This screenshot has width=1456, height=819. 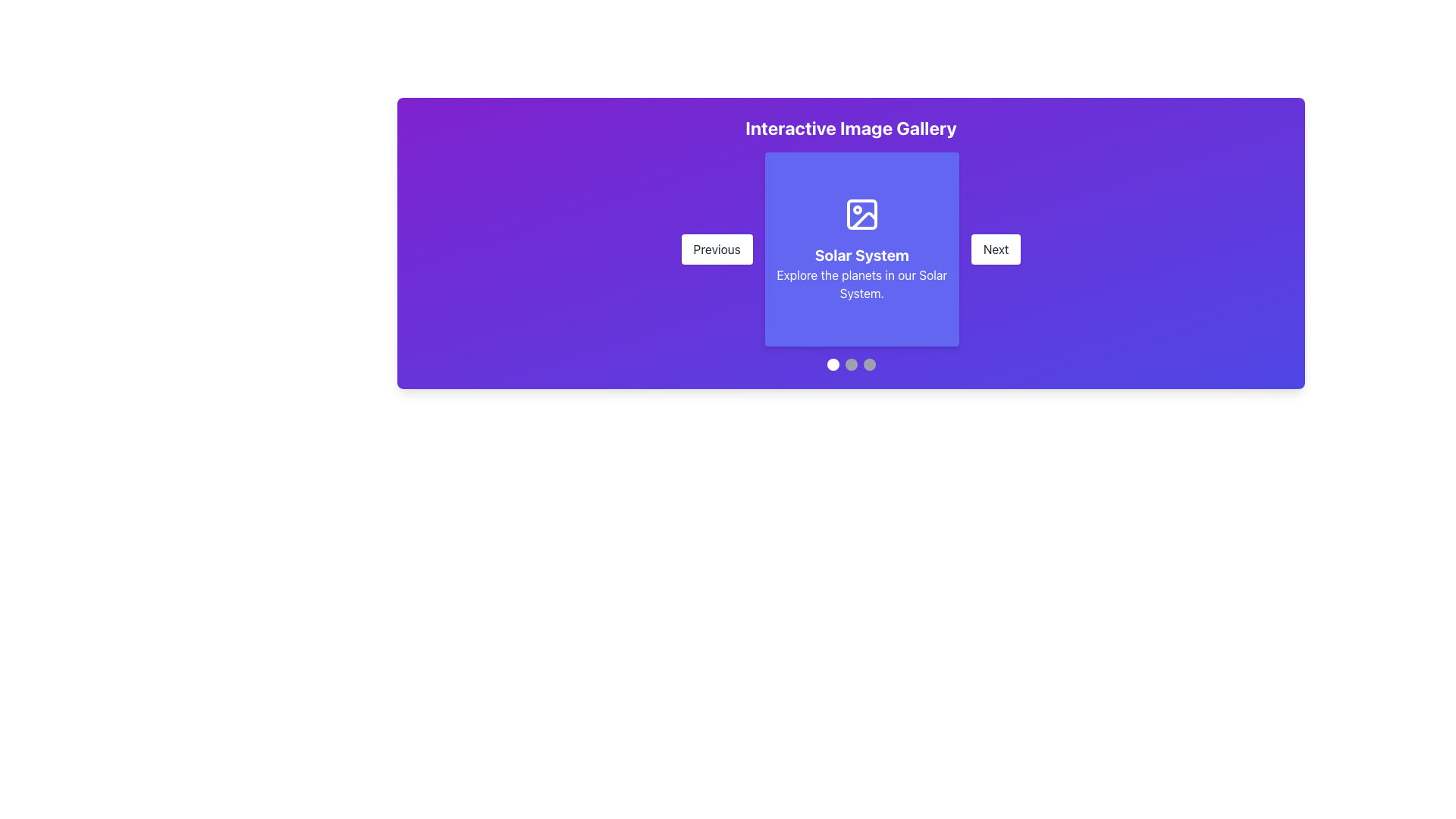 What do you see at coordinates (861, 214) in the screenshot?
I see `the blue-purple square icon with rounded corners, located centrally above the 'Solar System' text within the card layout` at bounding box center [861, 214].